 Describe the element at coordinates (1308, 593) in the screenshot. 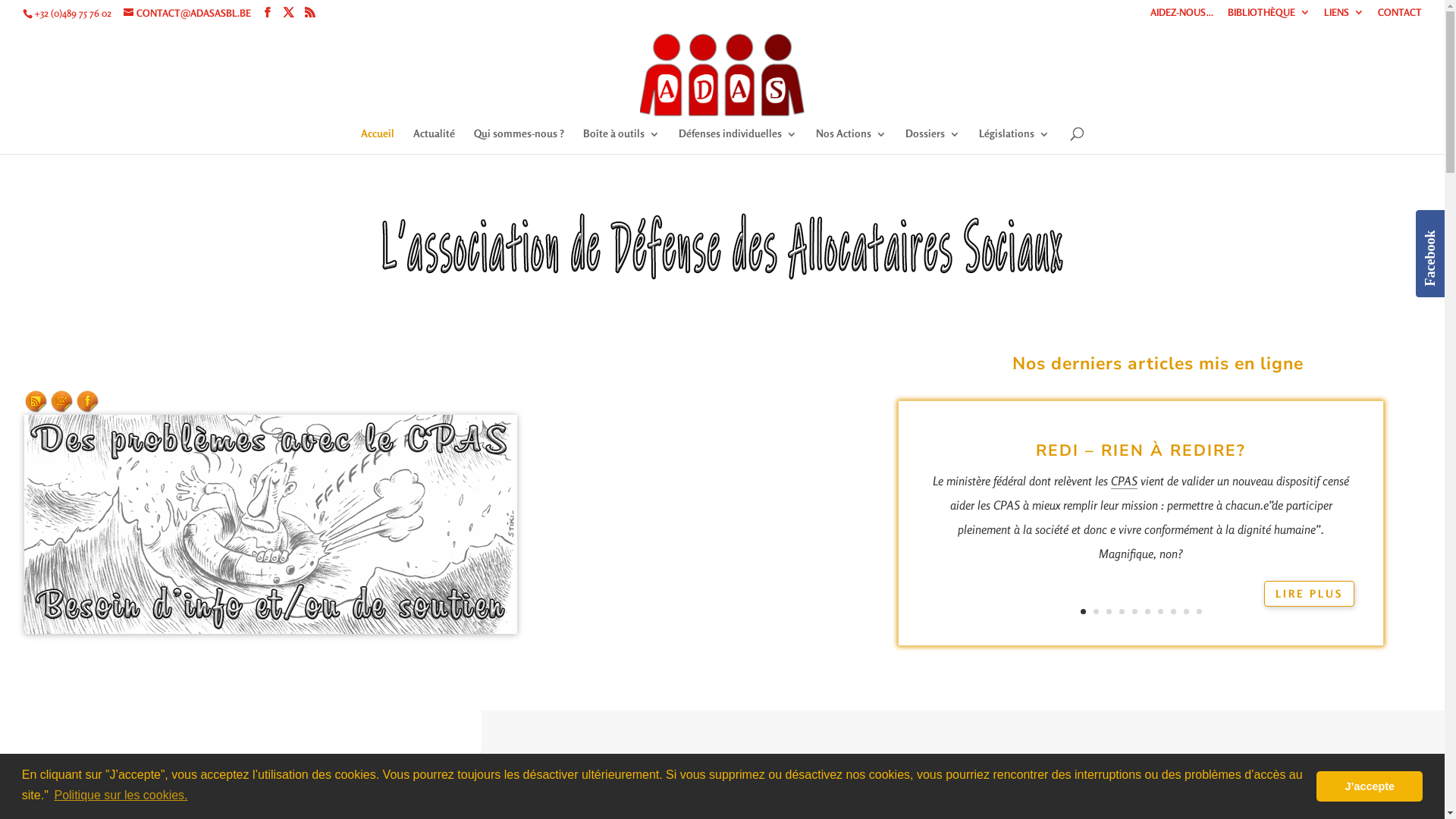

I see `'LIRE PLUS'` at that location.